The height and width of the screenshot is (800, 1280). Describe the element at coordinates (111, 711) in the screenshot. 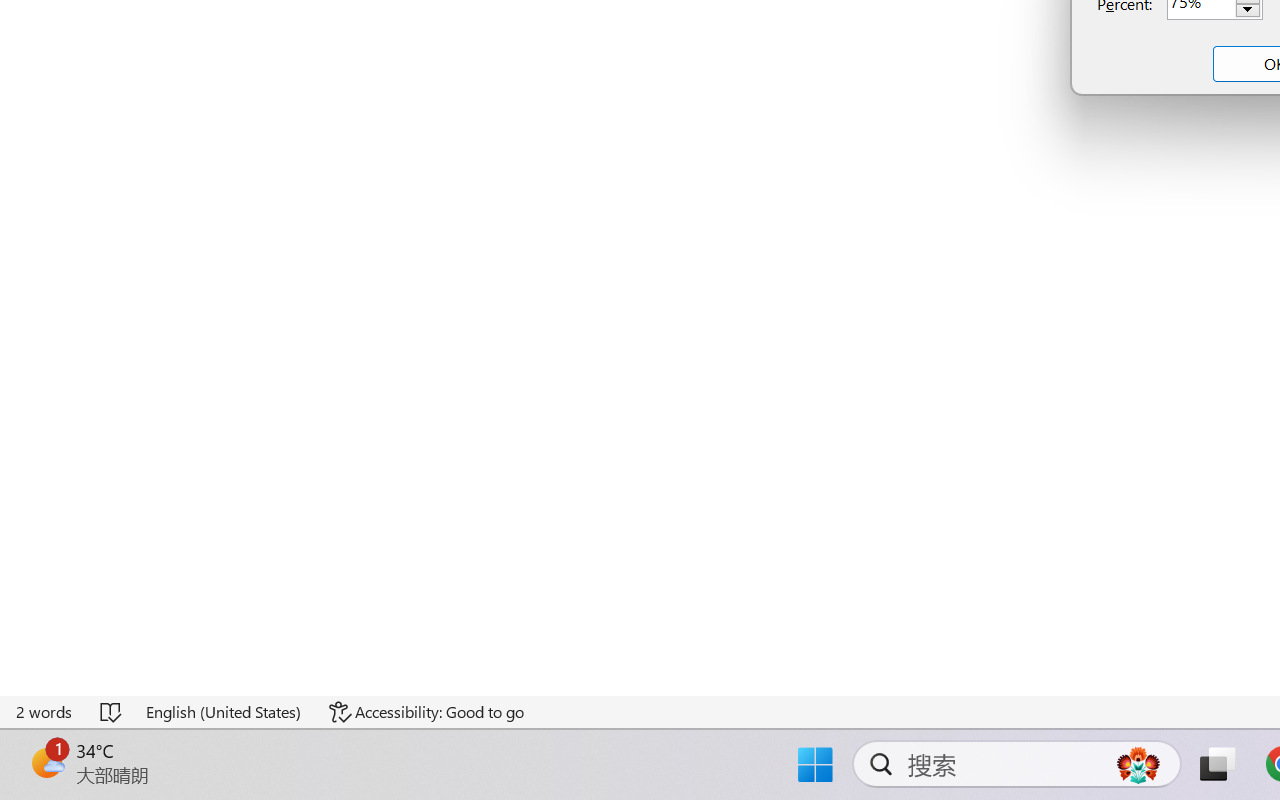

I see `'Spelling and Grammar Check No Errors'` at that location.